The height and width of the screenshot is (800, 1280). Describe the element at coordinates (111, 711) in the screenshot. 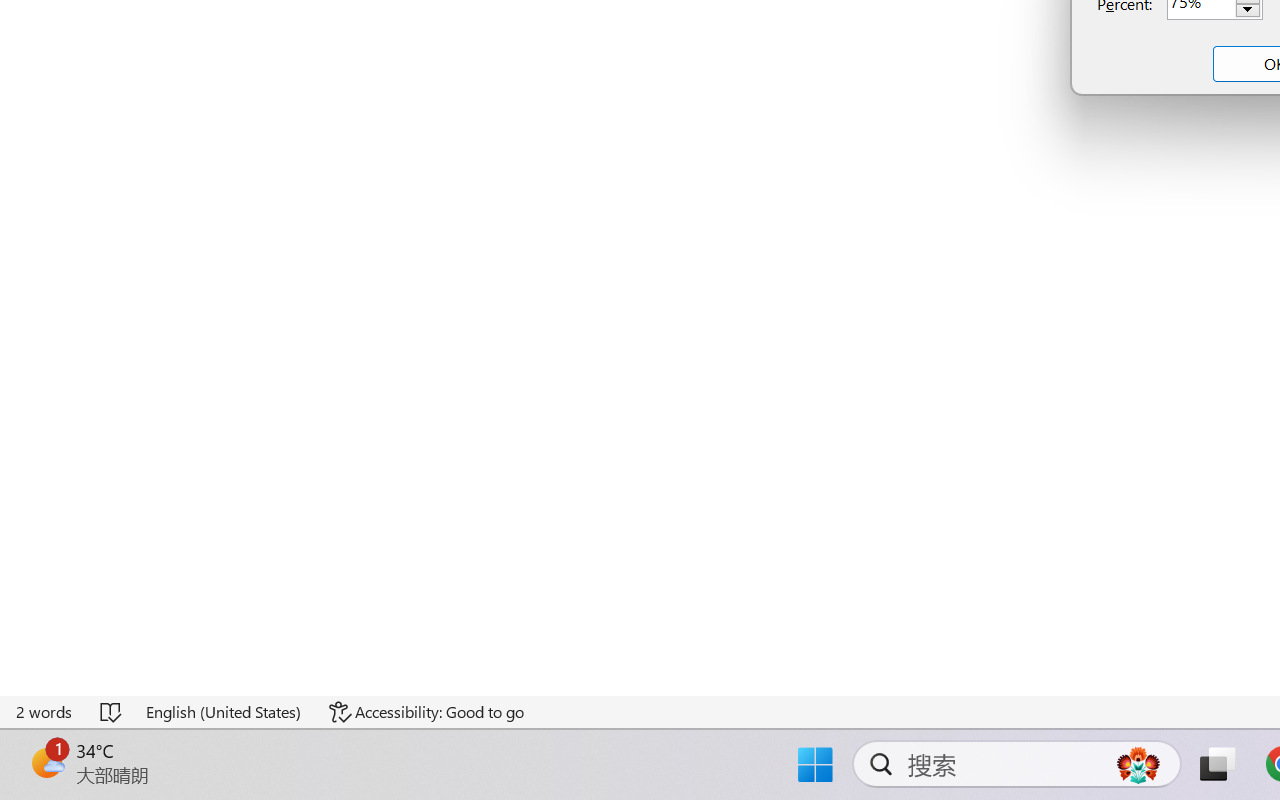

I see `'Spelling and Grammar Check No Errors'` at that location.